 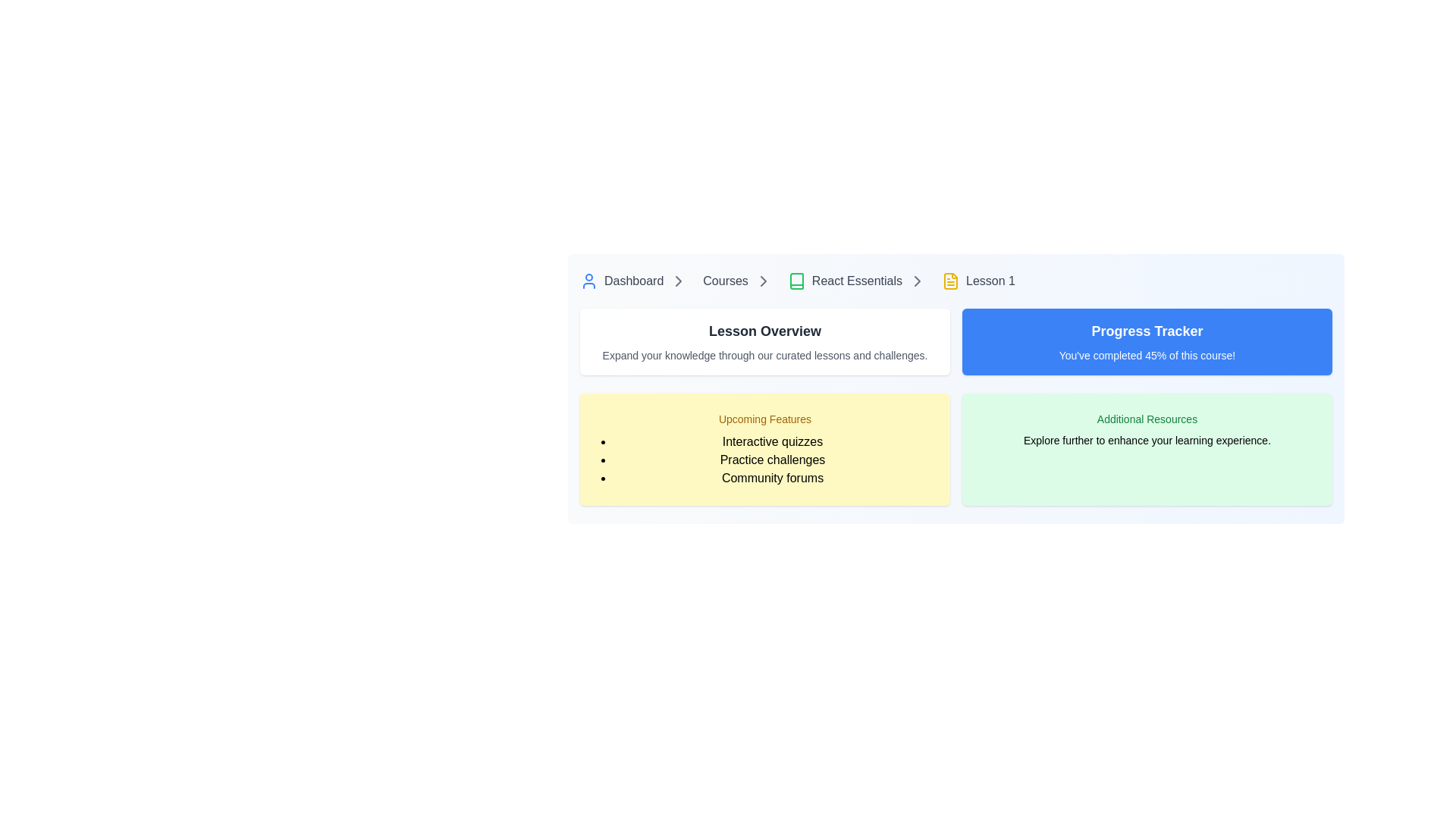 I want to click on the Informational Card located in the right column beneath the 'Lesson Overview' section to potentially reveal additional details, so click(x=1147, y=449).